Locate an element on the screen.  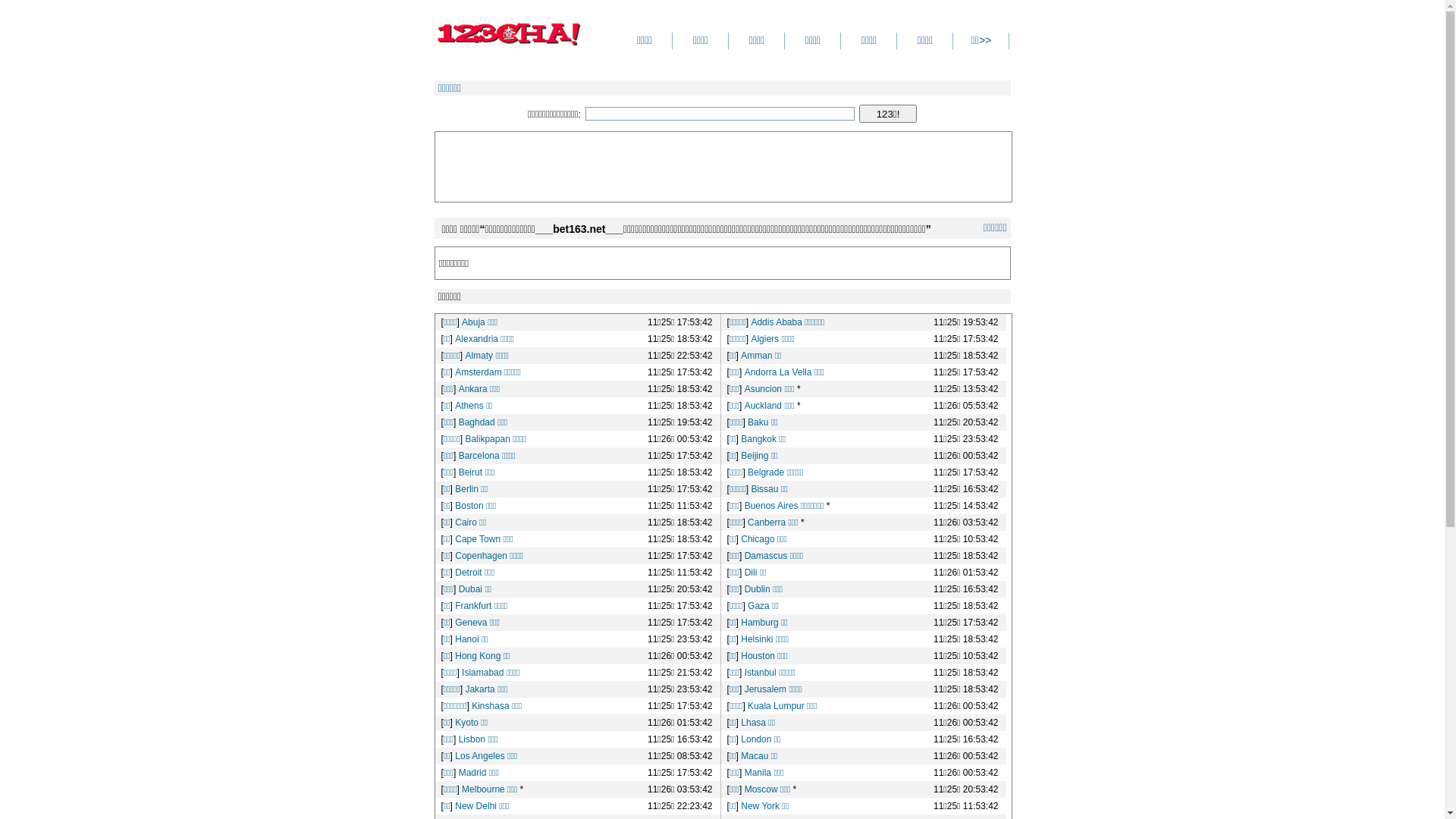
'Houston' is located at coordinates (758, 654).